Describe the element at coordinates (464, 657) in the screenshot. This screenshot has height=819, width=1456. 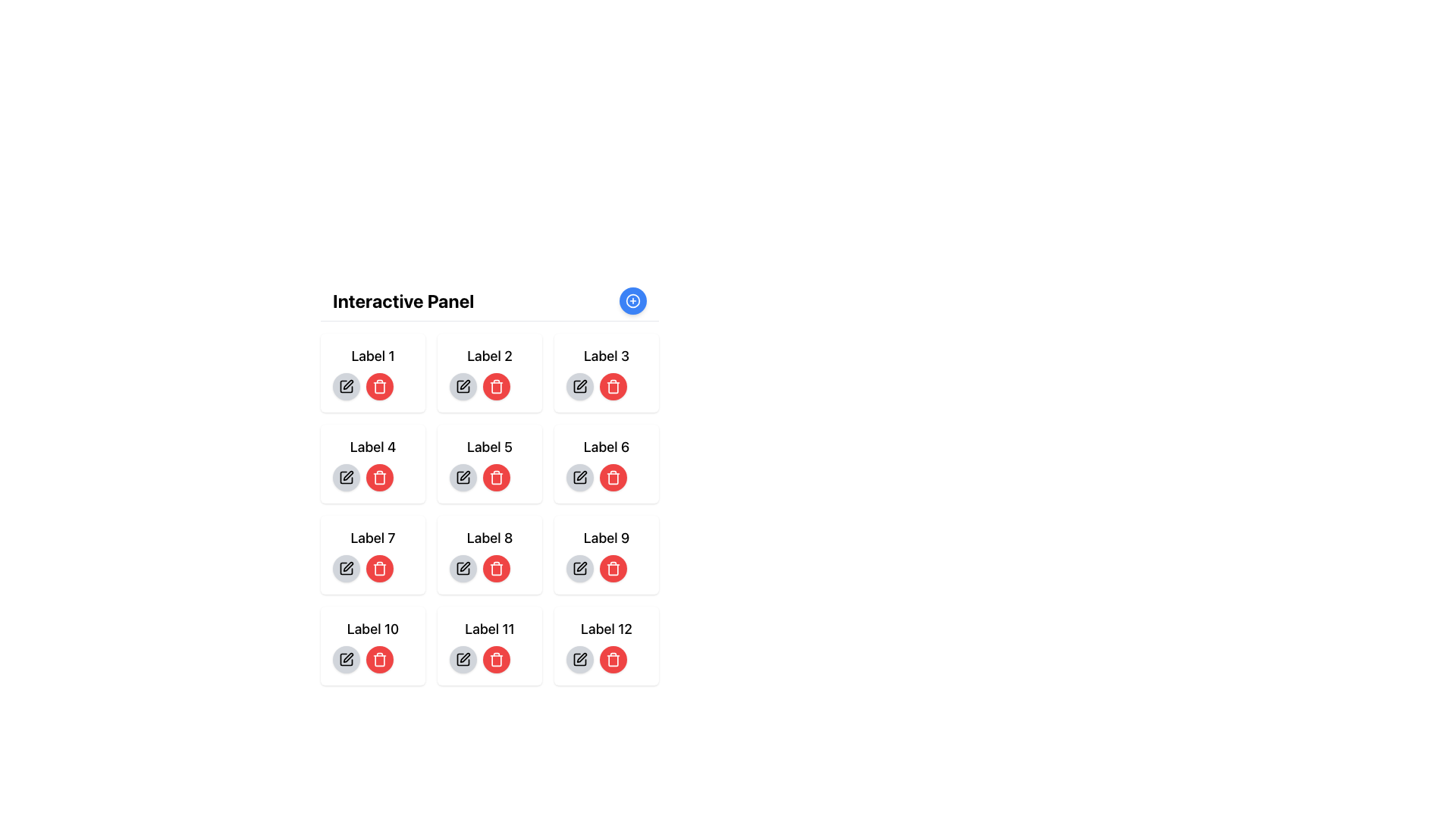
I see `the edit icon button, which is a small pen-shaped icon located in the eleventh cell of a 4x3 grid layout` at that location.